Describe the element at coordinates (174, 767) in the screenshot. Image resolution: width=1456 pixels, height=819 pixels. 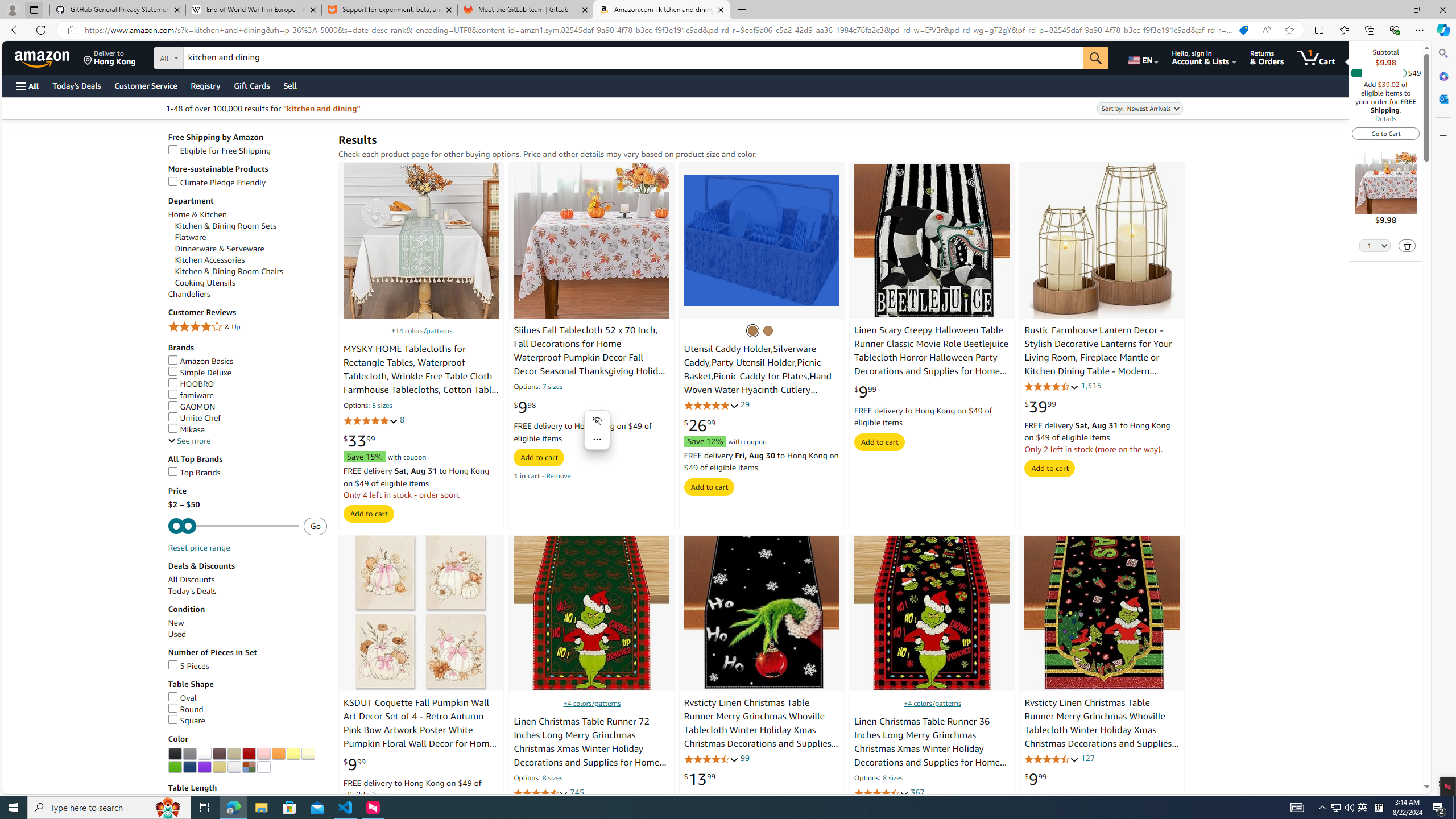
I see `'AutomationID: p_n_feature_twenty_browse-bin/3254108011'` at that location.